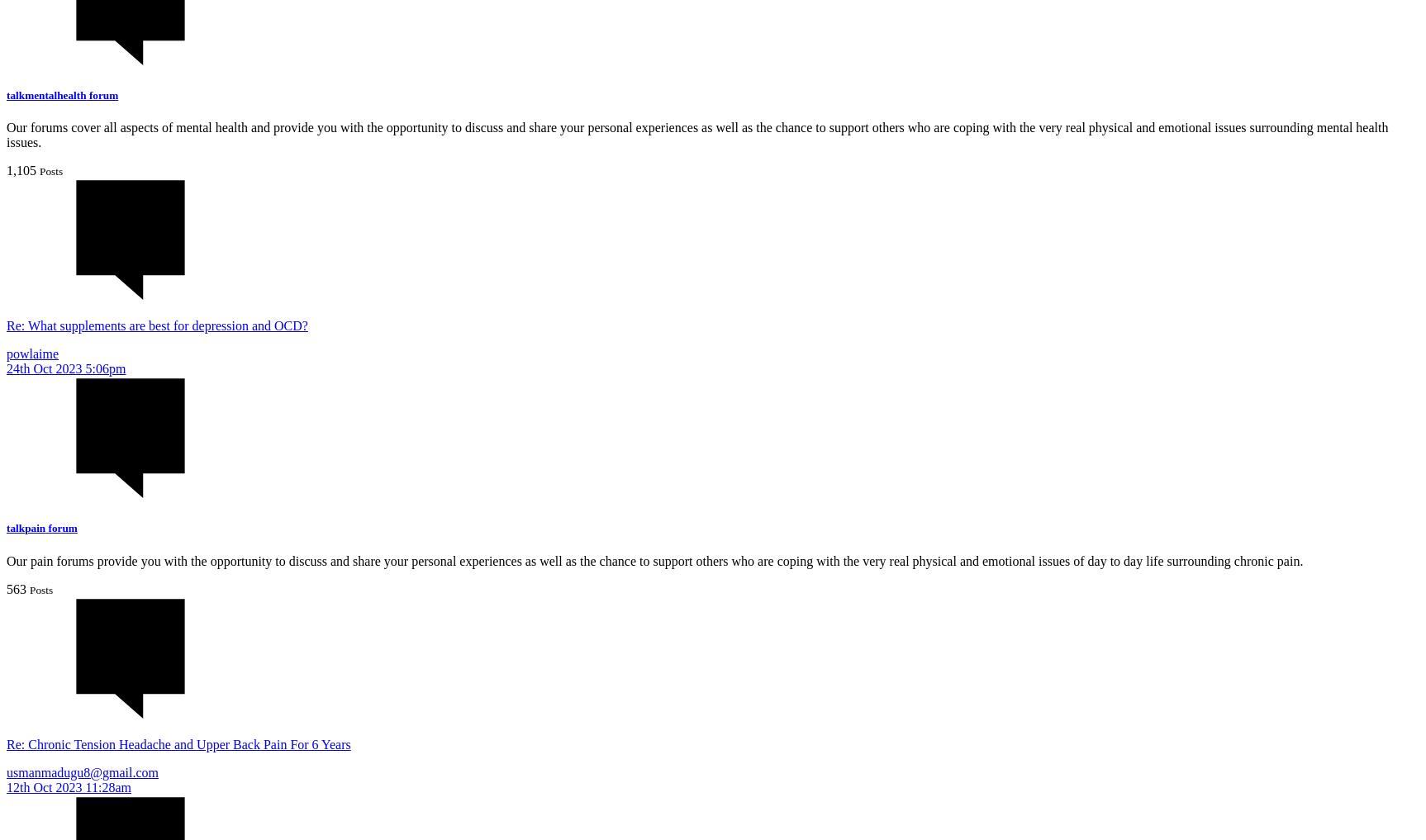 Image resolution: width=1426 pixels, height=840 pixels. I want to click on '563', so click(17, 587).